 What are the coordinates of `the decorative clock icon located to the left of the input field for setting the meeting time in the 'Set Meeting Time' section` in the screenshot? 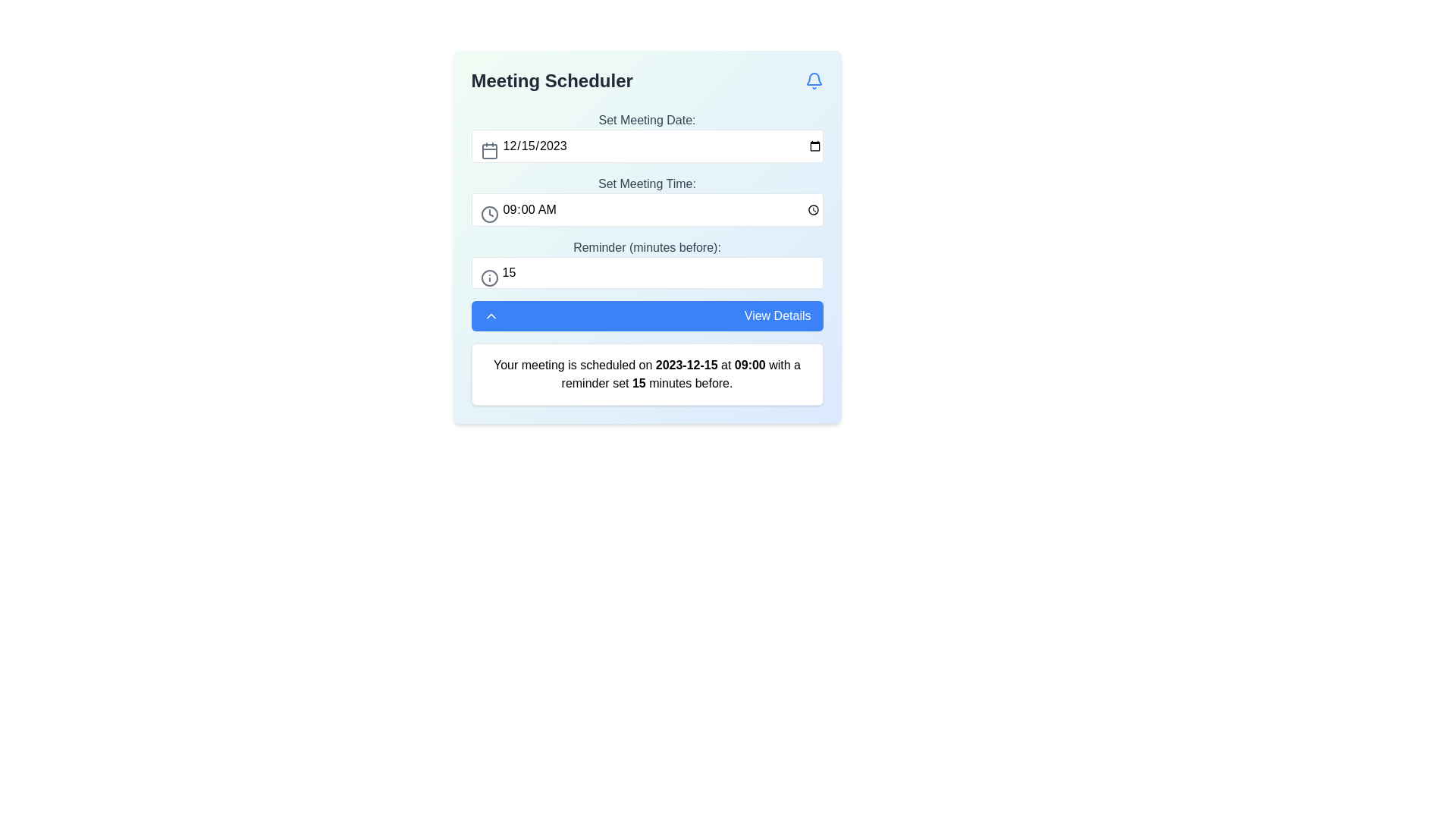 It's located at (489, 214).